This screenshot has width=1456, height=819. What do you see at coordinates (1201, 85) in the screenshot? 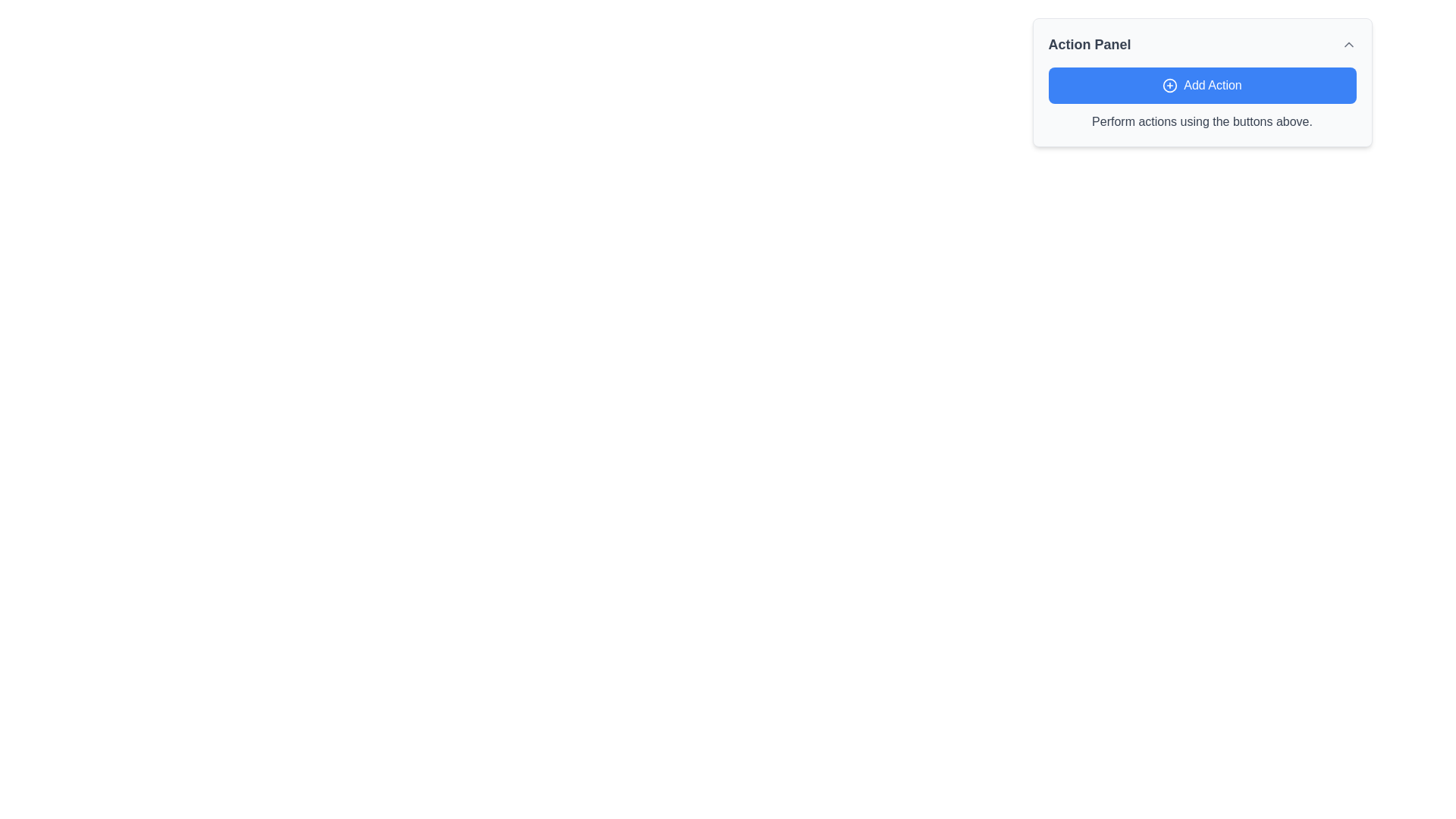
I see `the 'Add Action' button located in the central-right region of the interface` at bounding box center [1201, 85].